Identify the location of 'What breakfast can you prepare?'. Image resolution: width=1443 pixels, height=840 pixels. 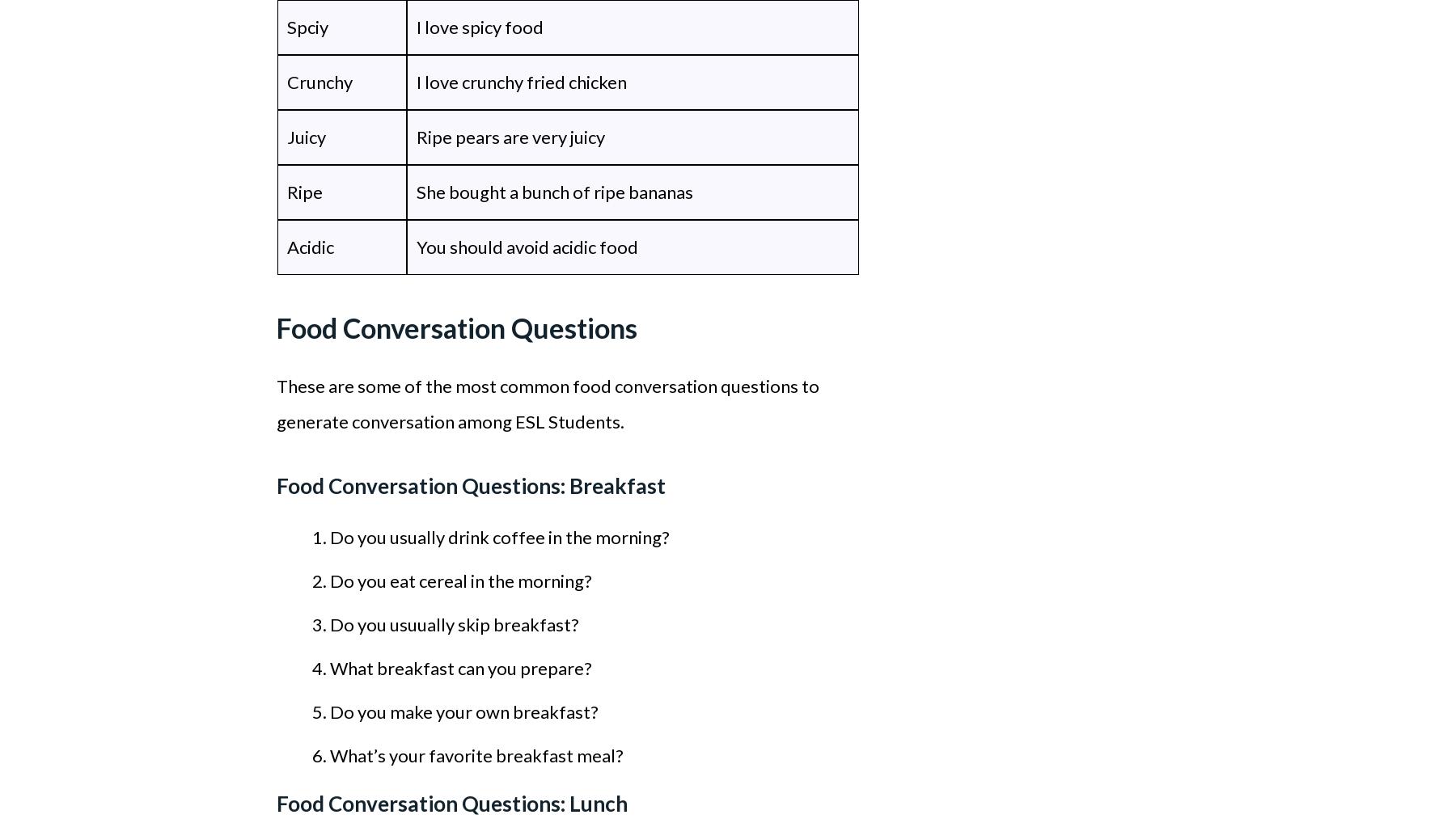
(459, 667).